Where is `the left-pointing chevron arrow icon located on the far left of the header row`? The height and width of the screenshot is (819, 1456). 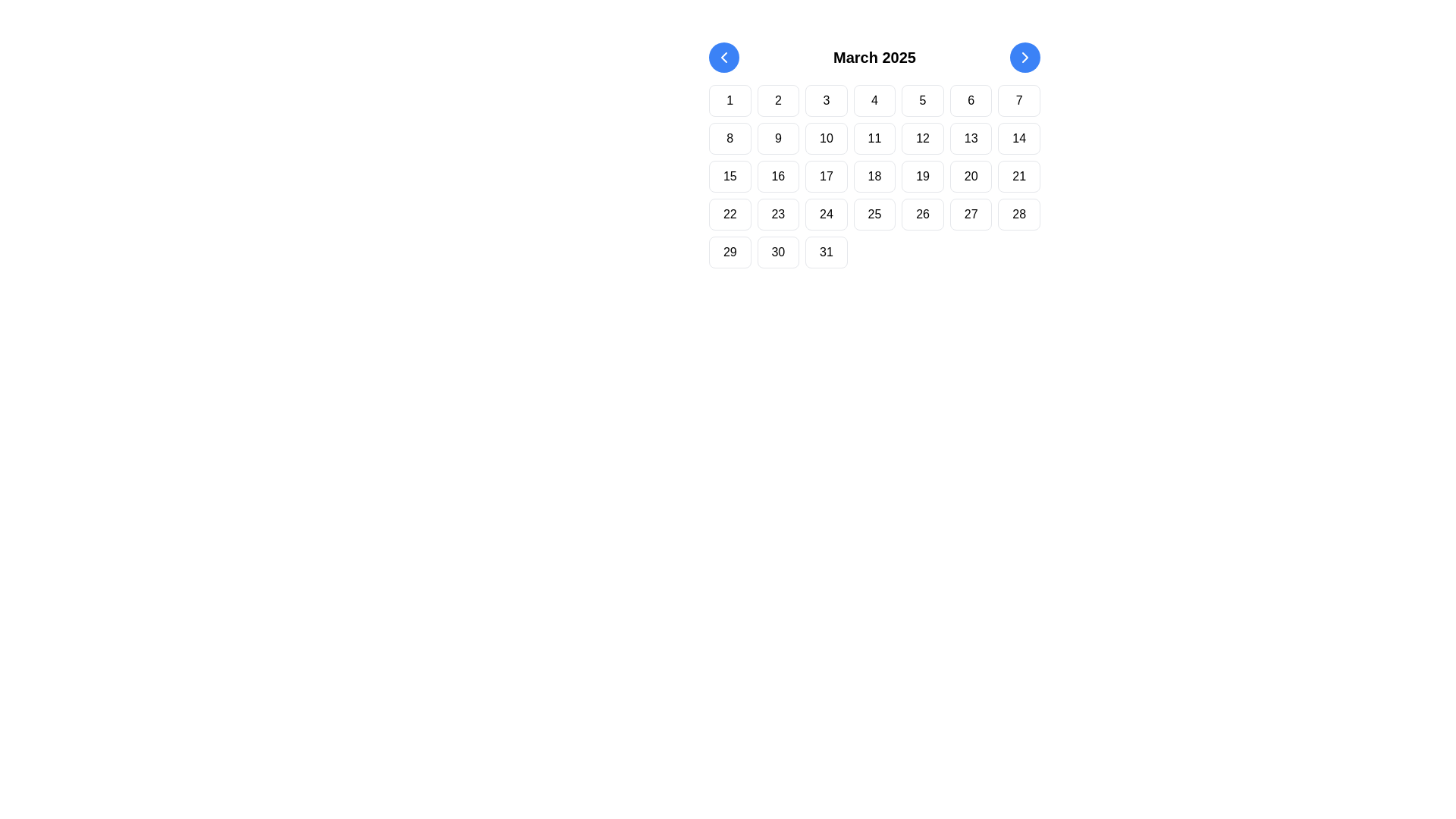 the left-pointing chevron arrow icon located on the far left of the header row is located at coordinates (723, 57).